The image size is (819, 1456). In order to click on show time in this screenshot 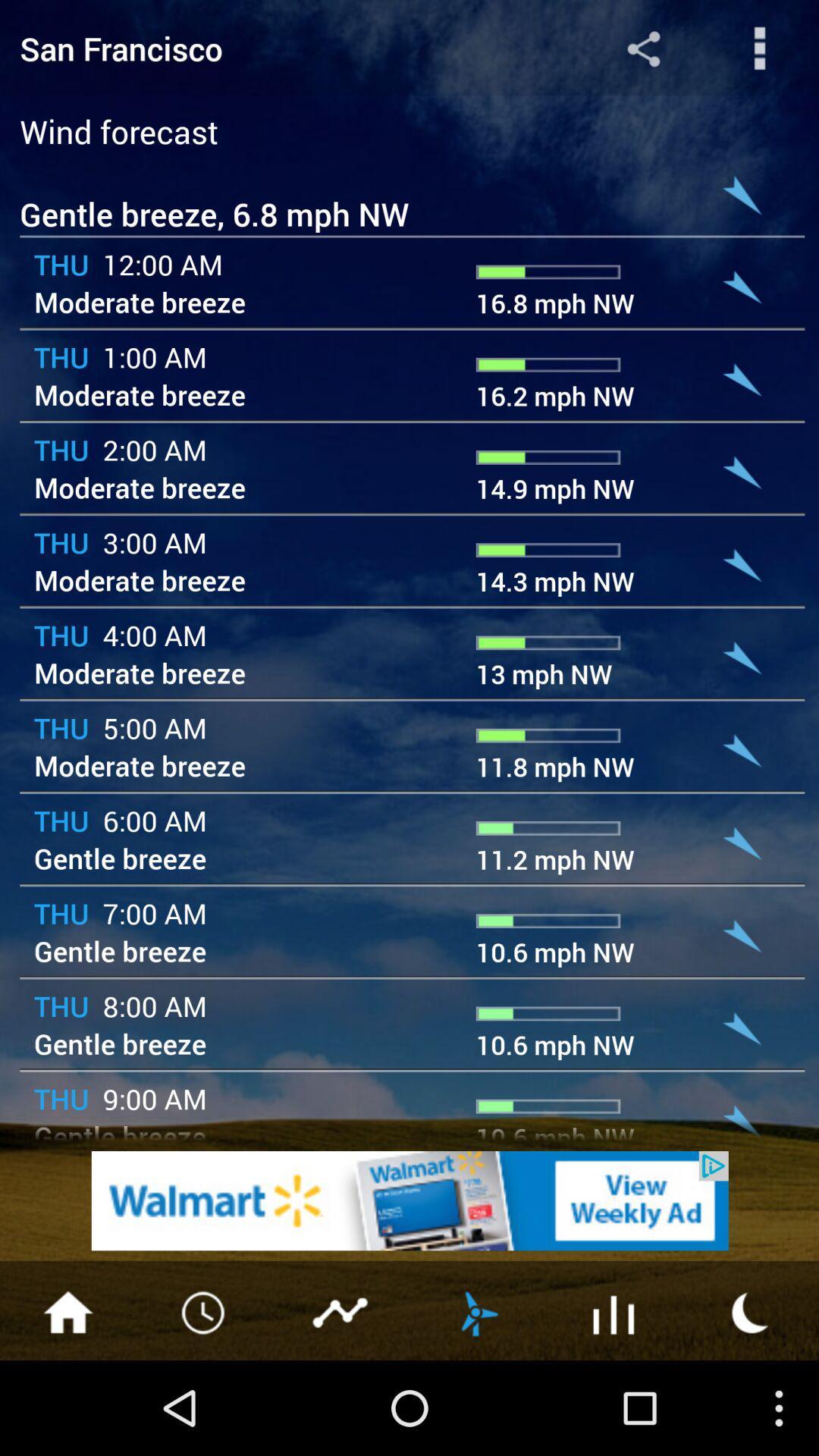, I will do `click(205, 1310)`.